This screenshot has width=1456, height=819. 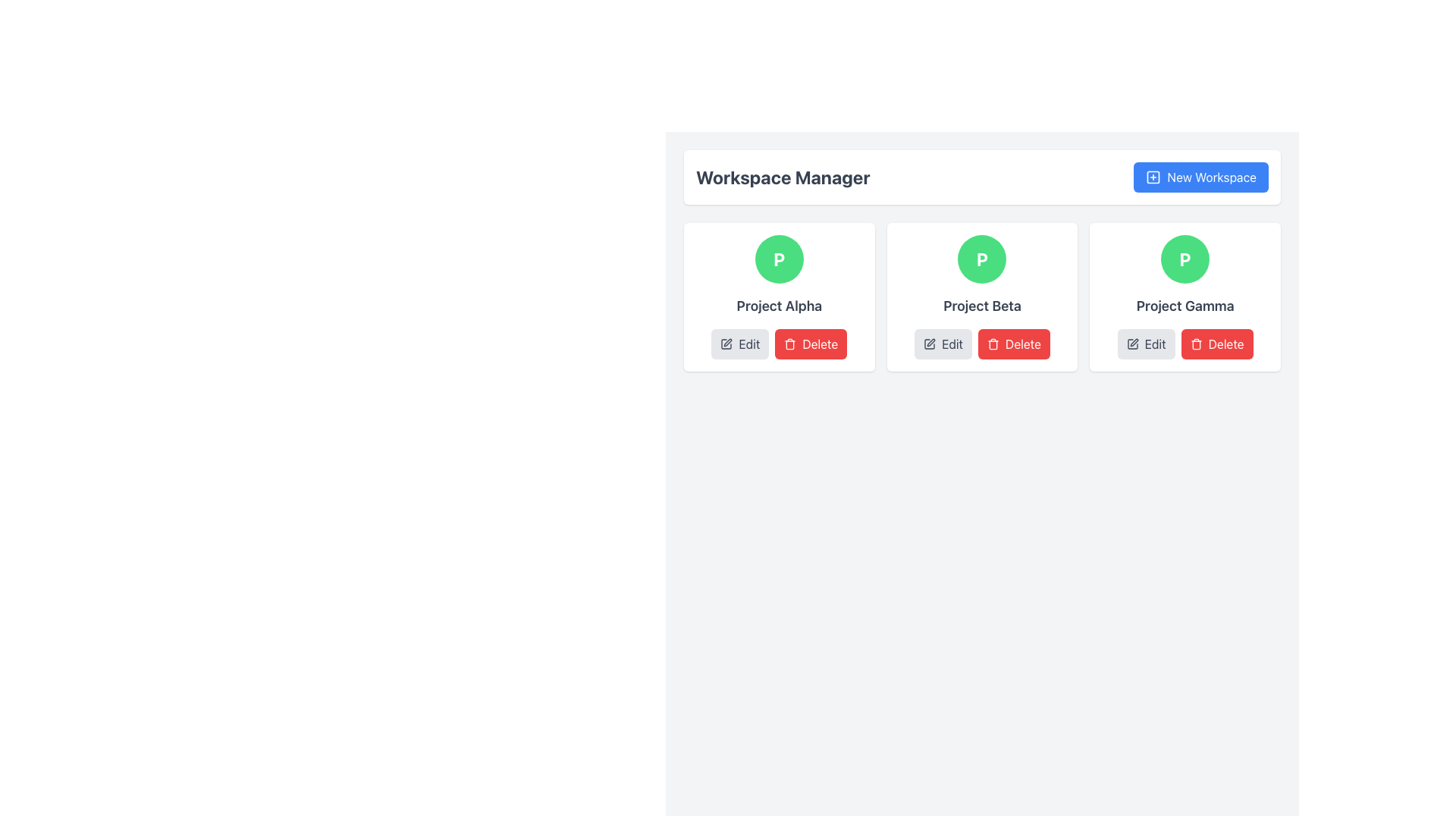 I want to click on the 'Edit' button located below the title 'Project Beta' in the second card of the grid layout to initiate the edit functionality for the associated project, so click(x=942, y=344).